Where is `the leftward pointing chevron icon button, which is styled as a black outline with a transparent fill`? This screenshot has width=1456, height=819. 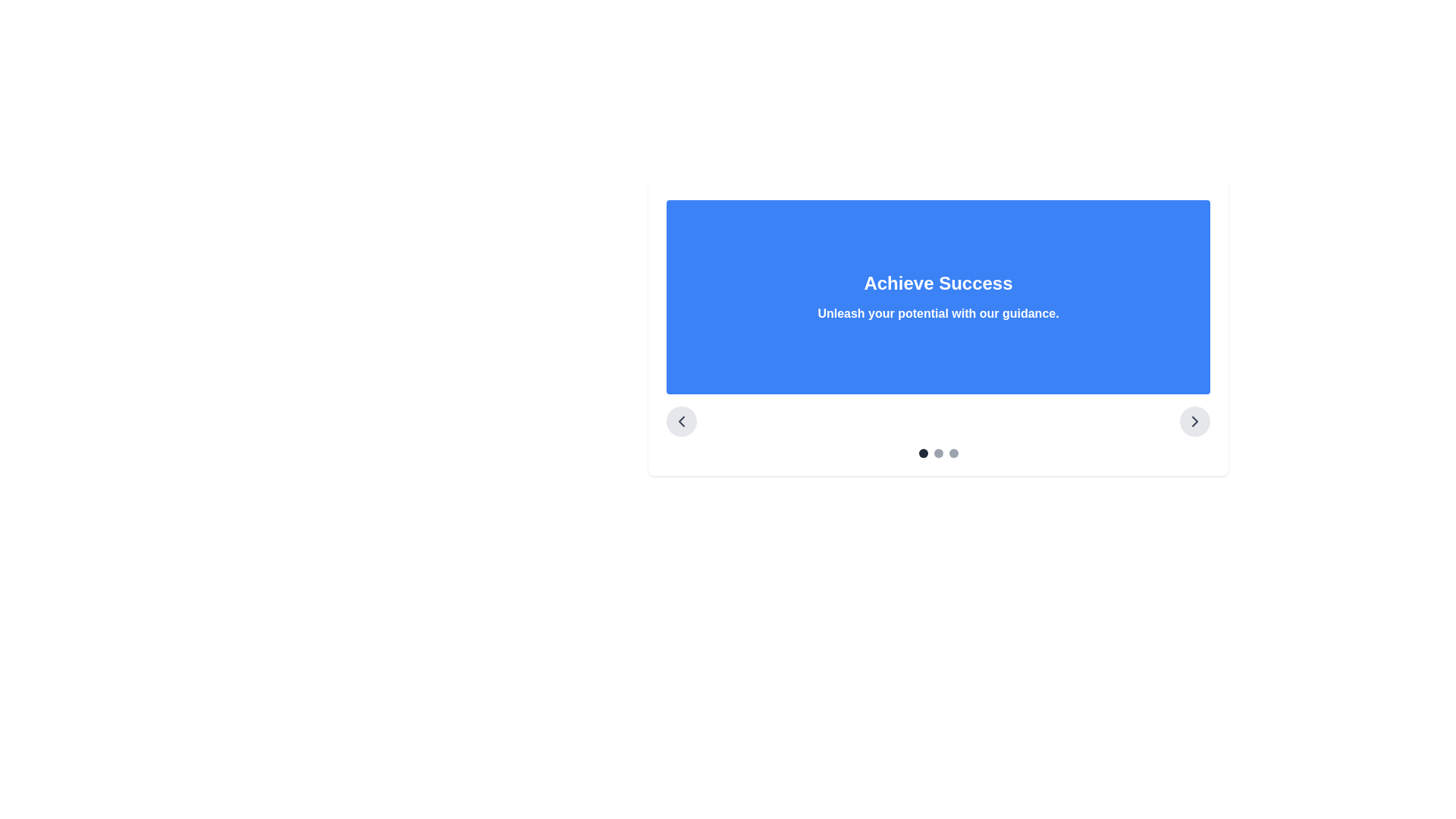
the leftward pointing chevron icon button, which is styled as a black outline with a transparent fill is located at coordinates (680, 421).